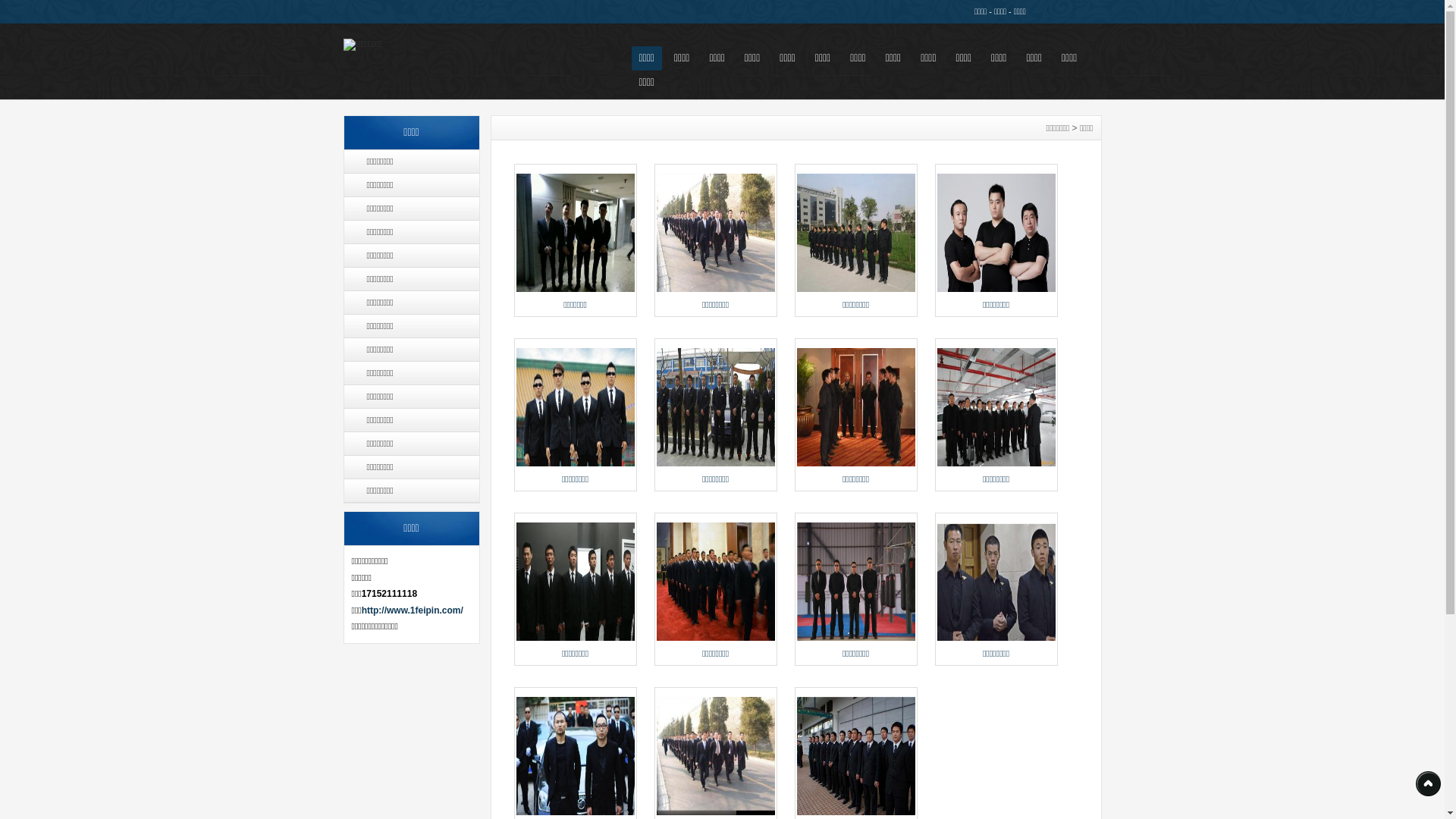  I want to click on 'http://www.1feipin.com/', so click(412, 610).